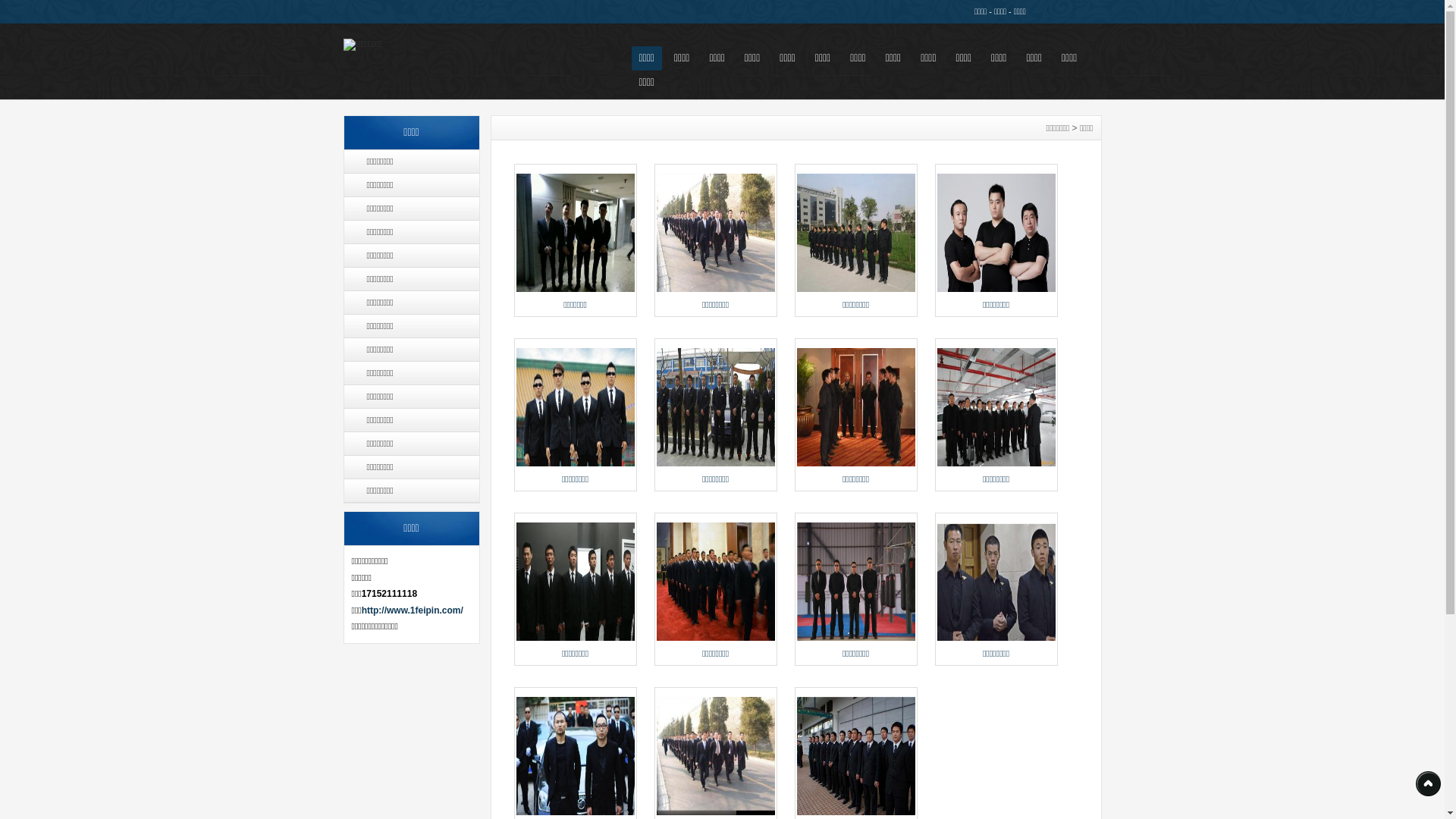  I want to click on 'http://www.1feipin.com/', so click(412, 610).